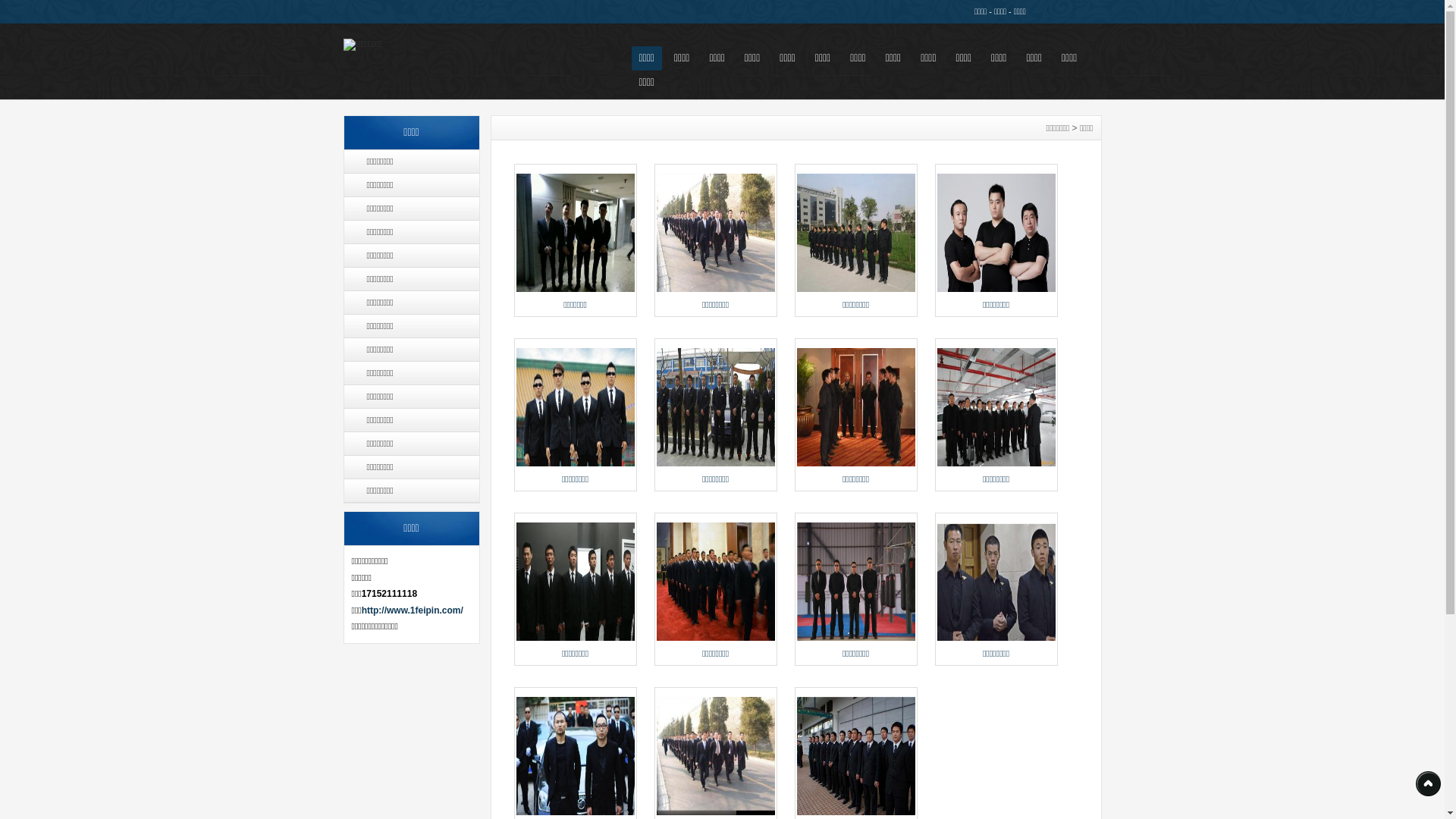  I want to click on 'http://www.1feipin.com/', so click(412, 610).